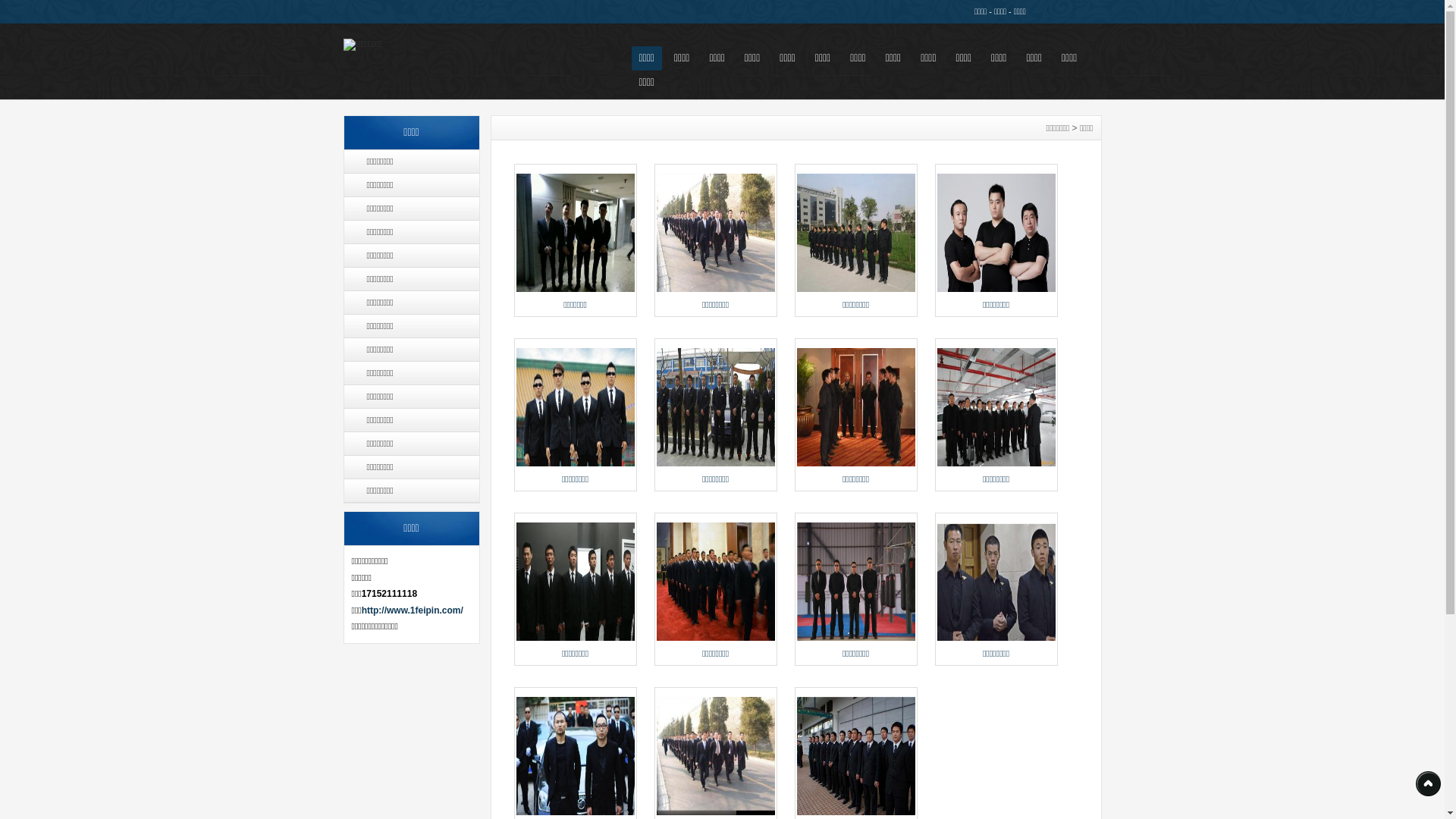  I want to click on 'http://www.1feipin.com/', so click(412, 610).